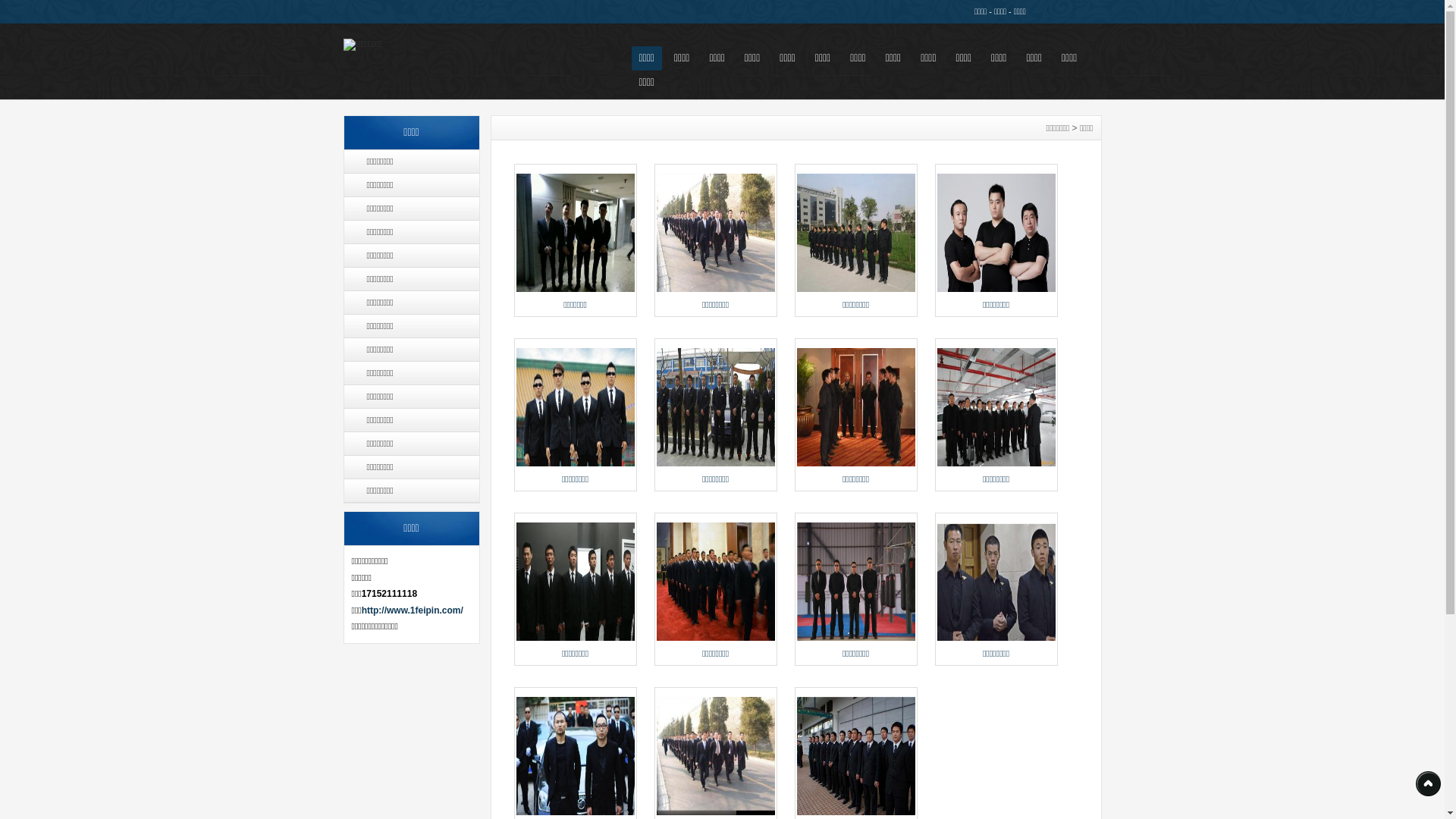  I want to click on 'http://www.1feipin.com/', so click(412, 610).